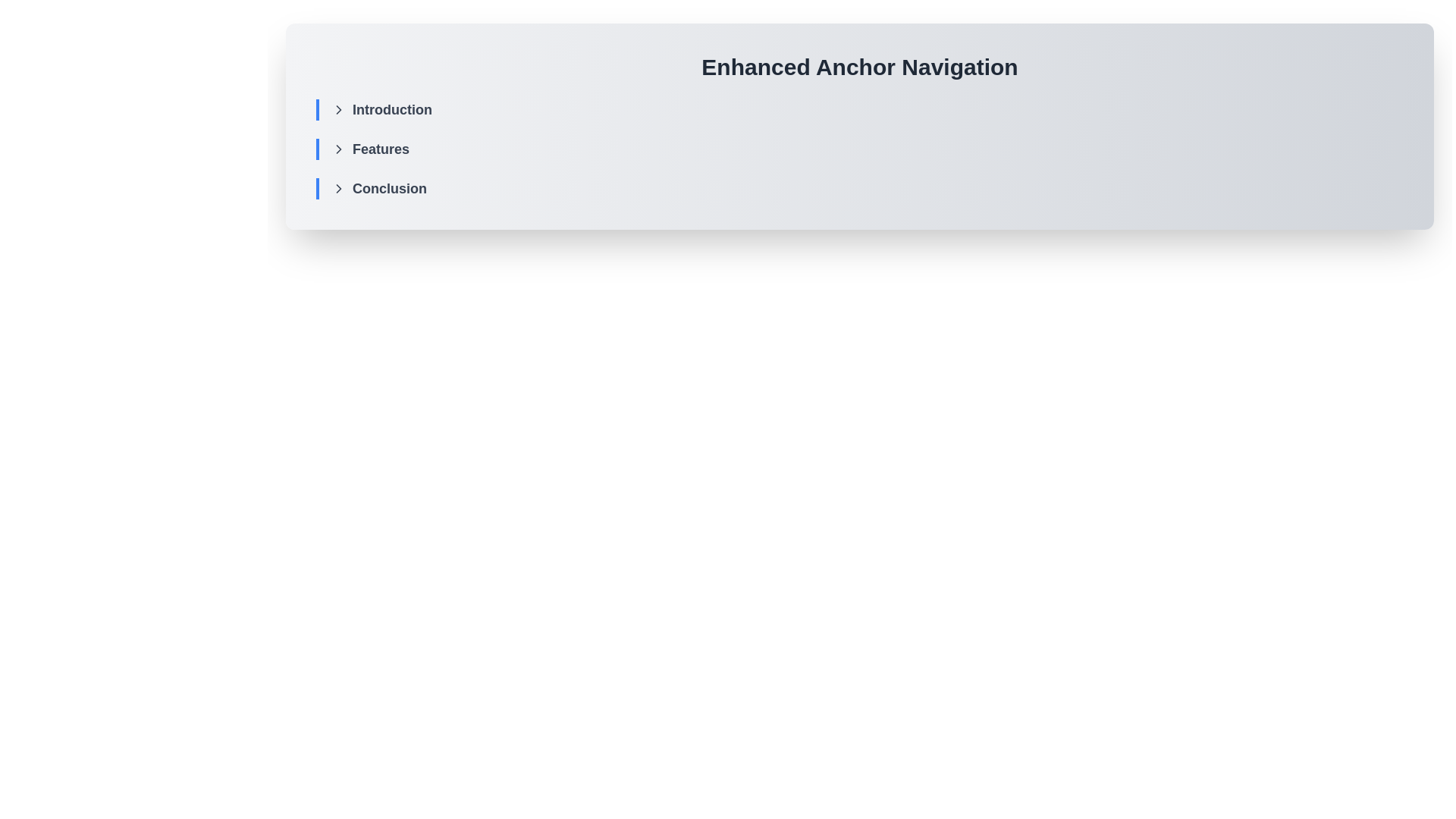 This screenshot has width=1456, height=819. What do you see at coordinates (381, 109) in the screenshot?
I see `the navigation link labeled 'Introduction' to highlight it` at bounding box center [381, 109].